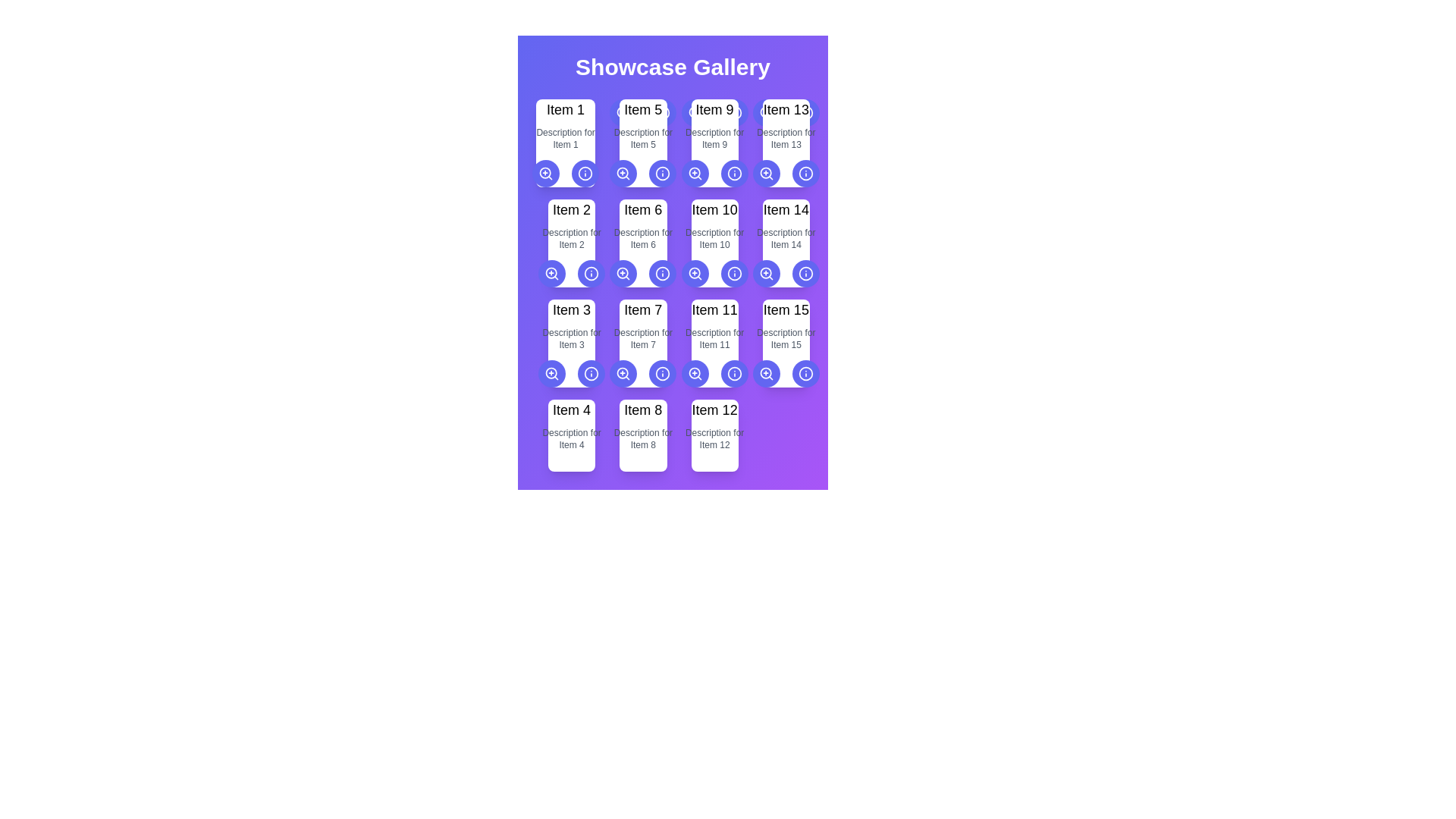  What do you see at coordinates (571, 309) in the screenshot?
I see `text element representing the card title for 'Item 3', located in the second row and first column of the grid under the 'Showcase Gallery'` at bounding box center [571, 309].